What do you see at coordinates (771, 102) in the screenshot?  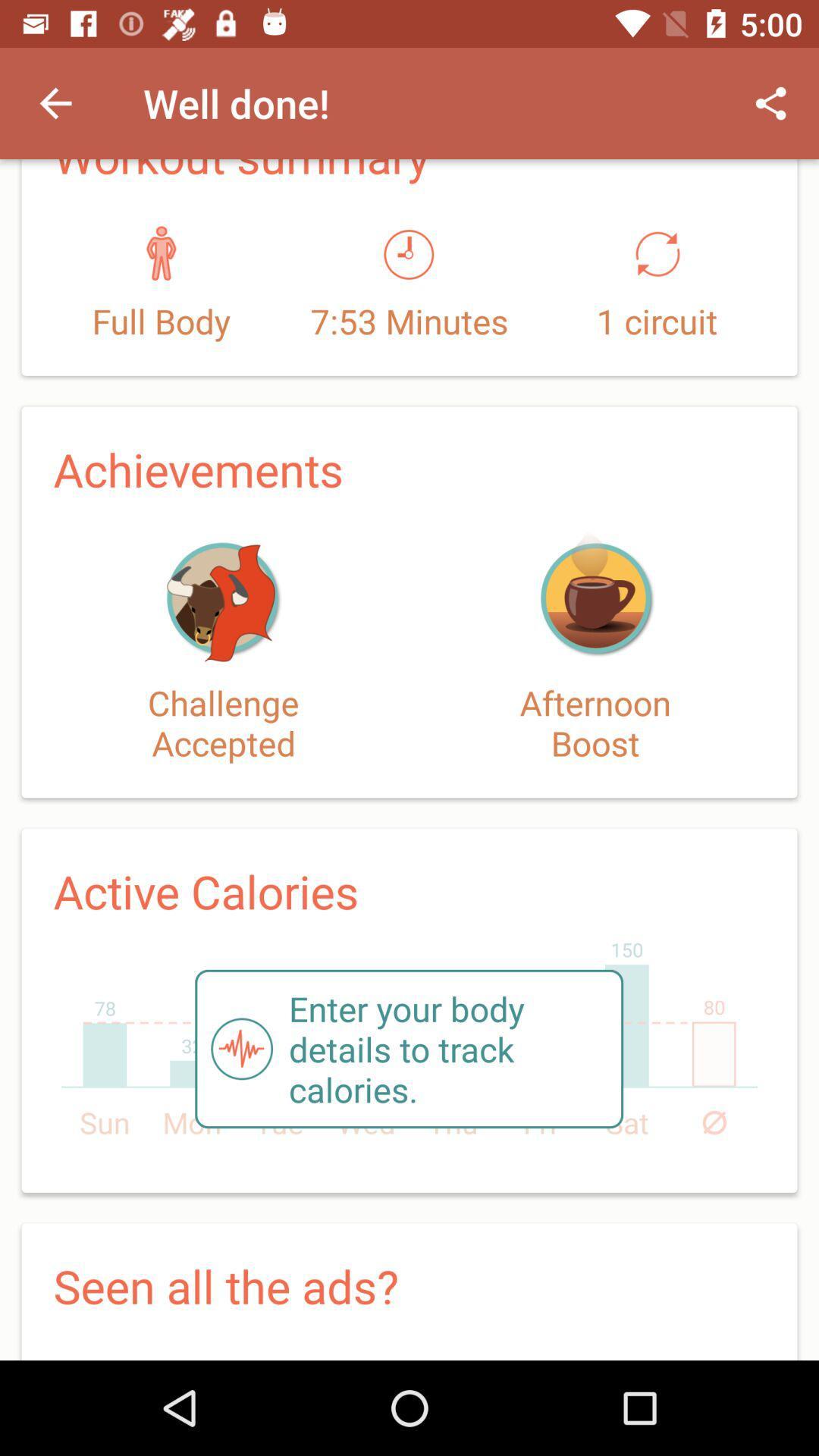 I see `the item above 1 circuit` at bounding box center [771, 102].